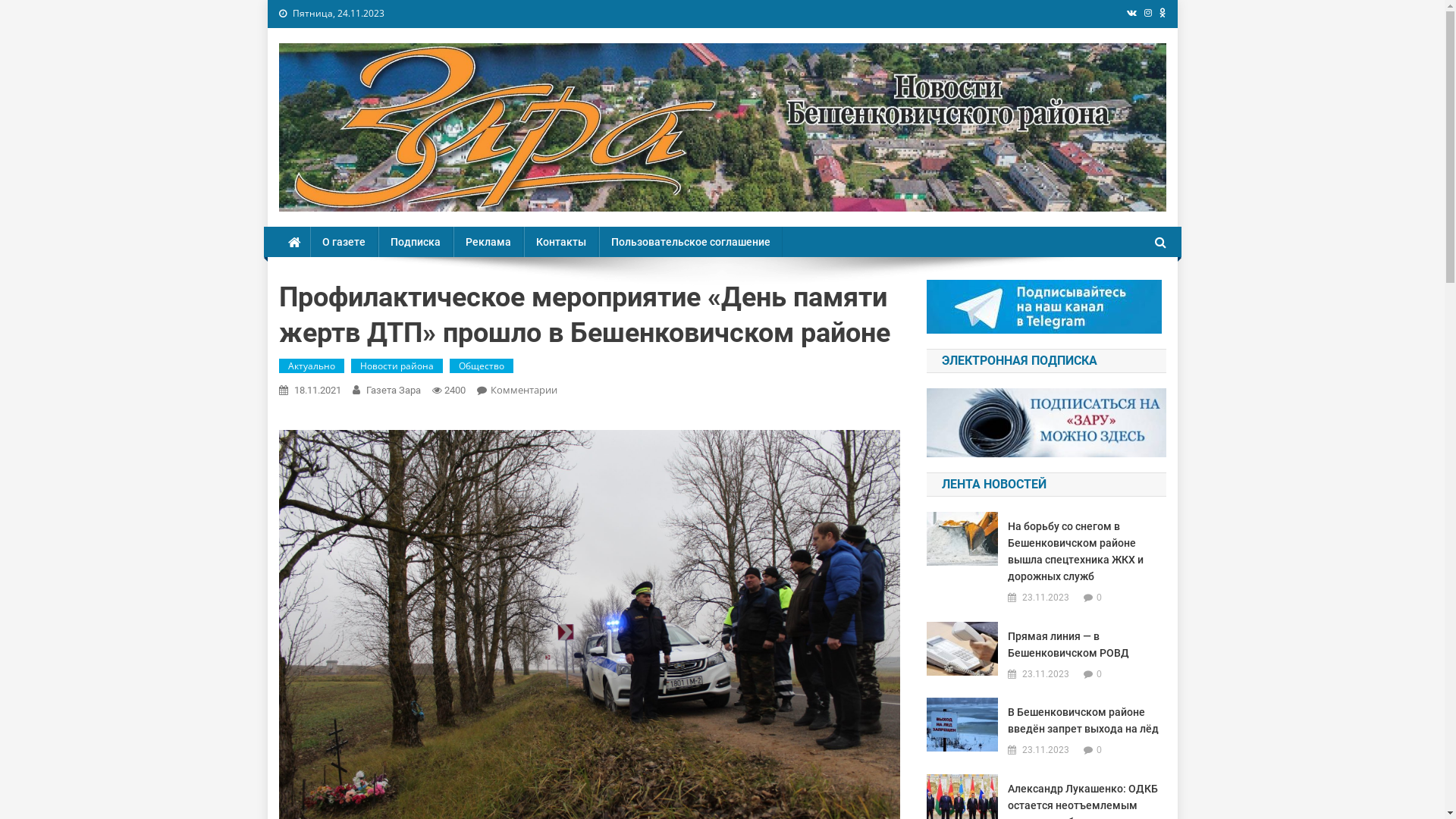 This screenshot has width=1456, height=819. Describe the element at coordinates (1044, 597) in the screenshot. I see `'23.11.2023'` at that location.